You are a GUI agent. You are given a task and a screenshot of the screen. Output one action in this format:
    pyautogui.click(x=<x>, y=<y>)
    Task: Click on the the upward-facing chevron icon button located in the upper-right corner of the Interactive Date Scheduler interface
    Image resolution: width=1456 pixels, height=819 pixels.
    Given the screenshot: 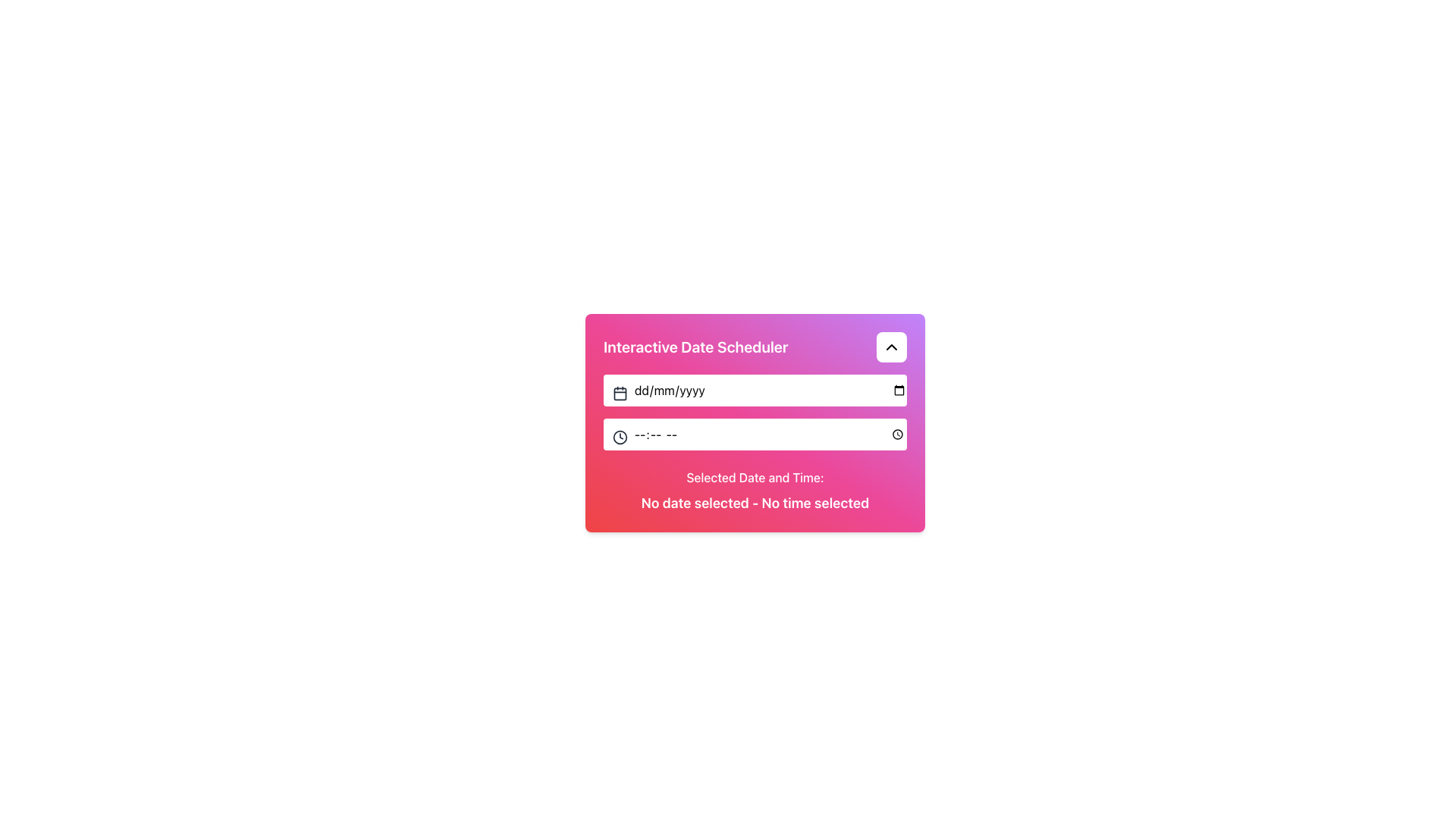 What is the action you would take?
    pyautogui.click(x=892, y=347)
    